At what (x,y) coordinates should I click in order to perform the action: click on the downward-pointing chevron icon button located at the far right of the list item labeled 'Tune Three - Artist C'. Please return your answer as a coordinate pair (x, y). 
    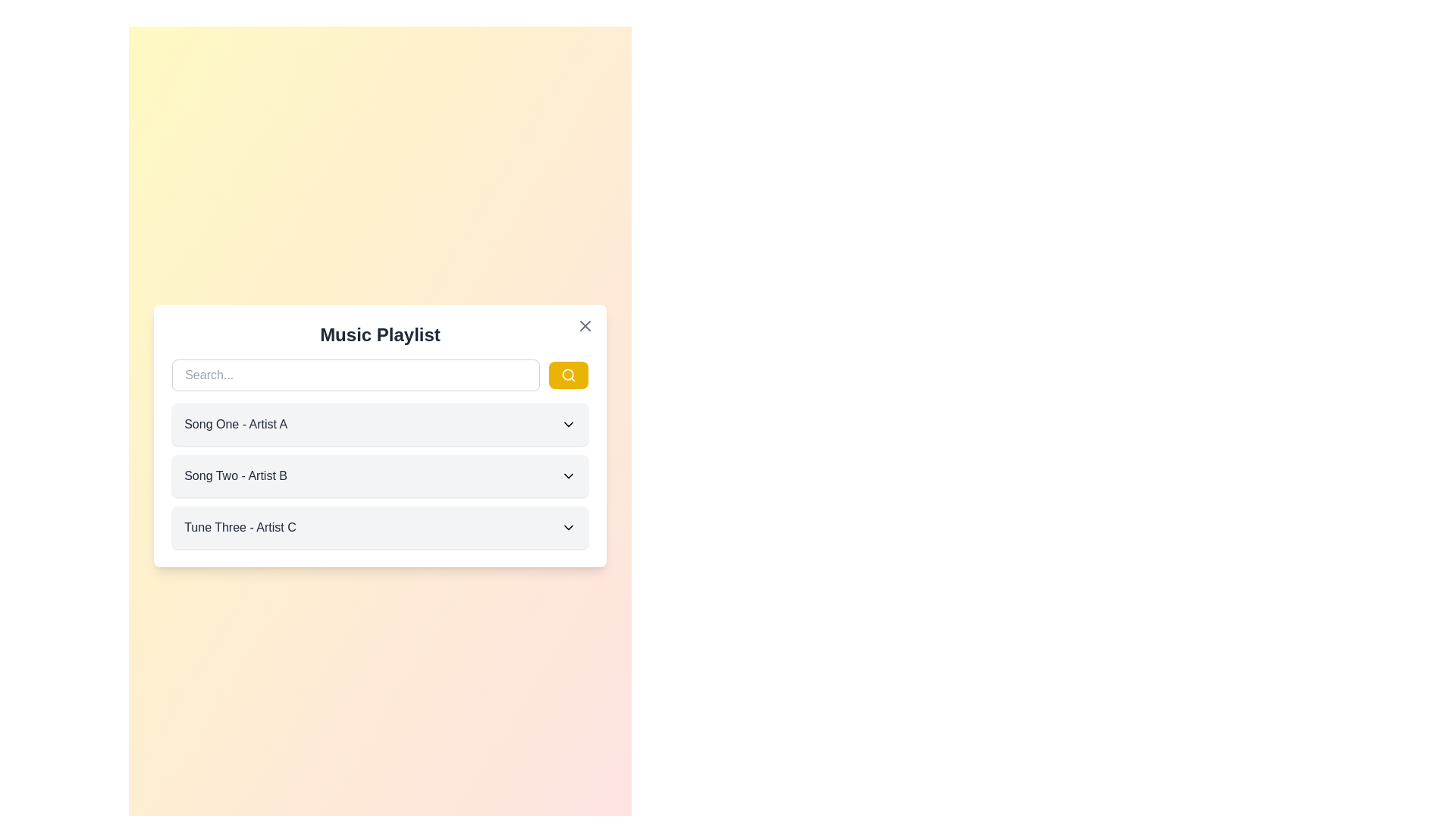
    Looking at the image, I should click on (567, 526).